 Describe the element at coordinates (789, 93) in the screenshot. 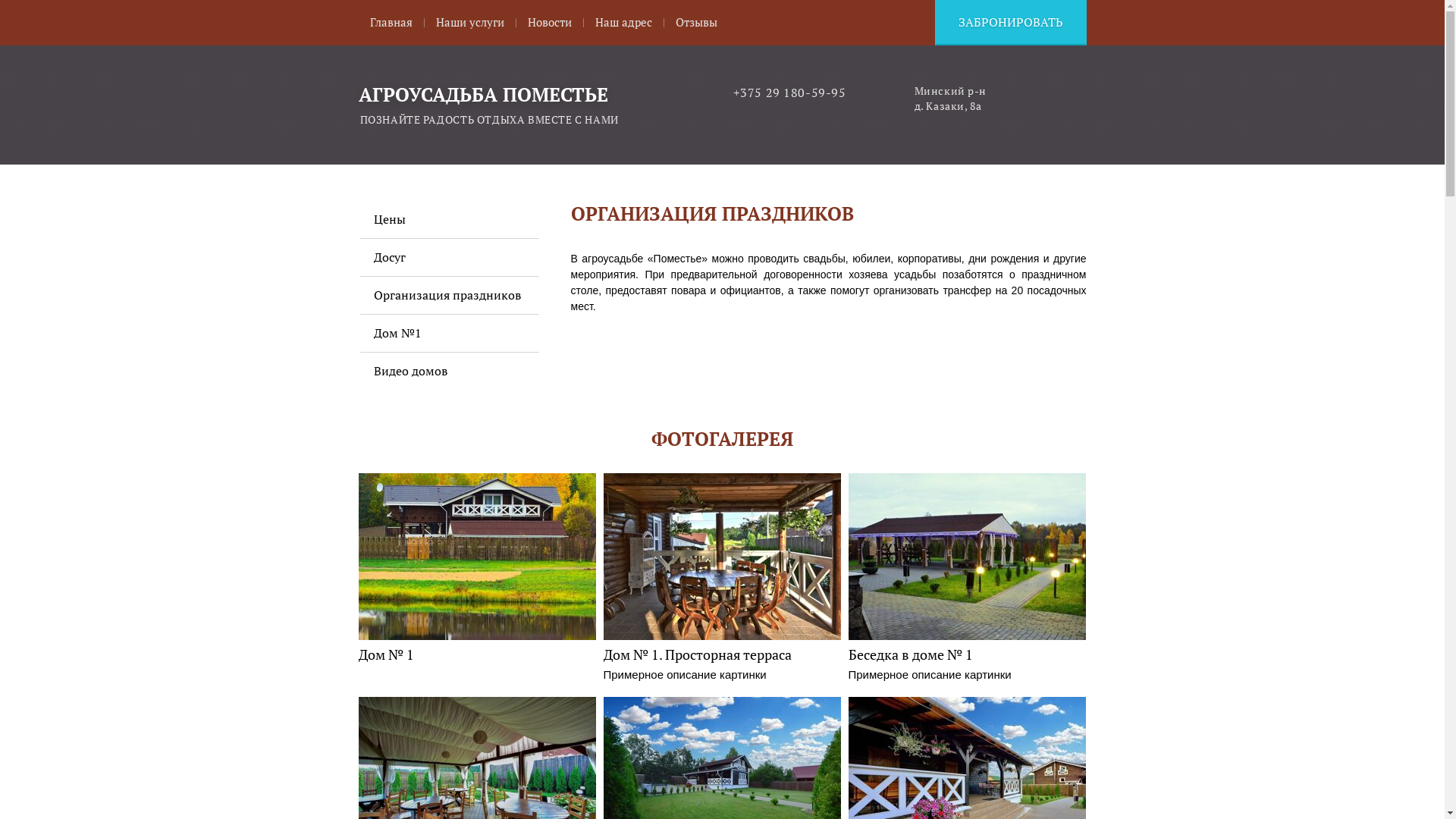

I see `'+375 29 180-59-95'` at that location.